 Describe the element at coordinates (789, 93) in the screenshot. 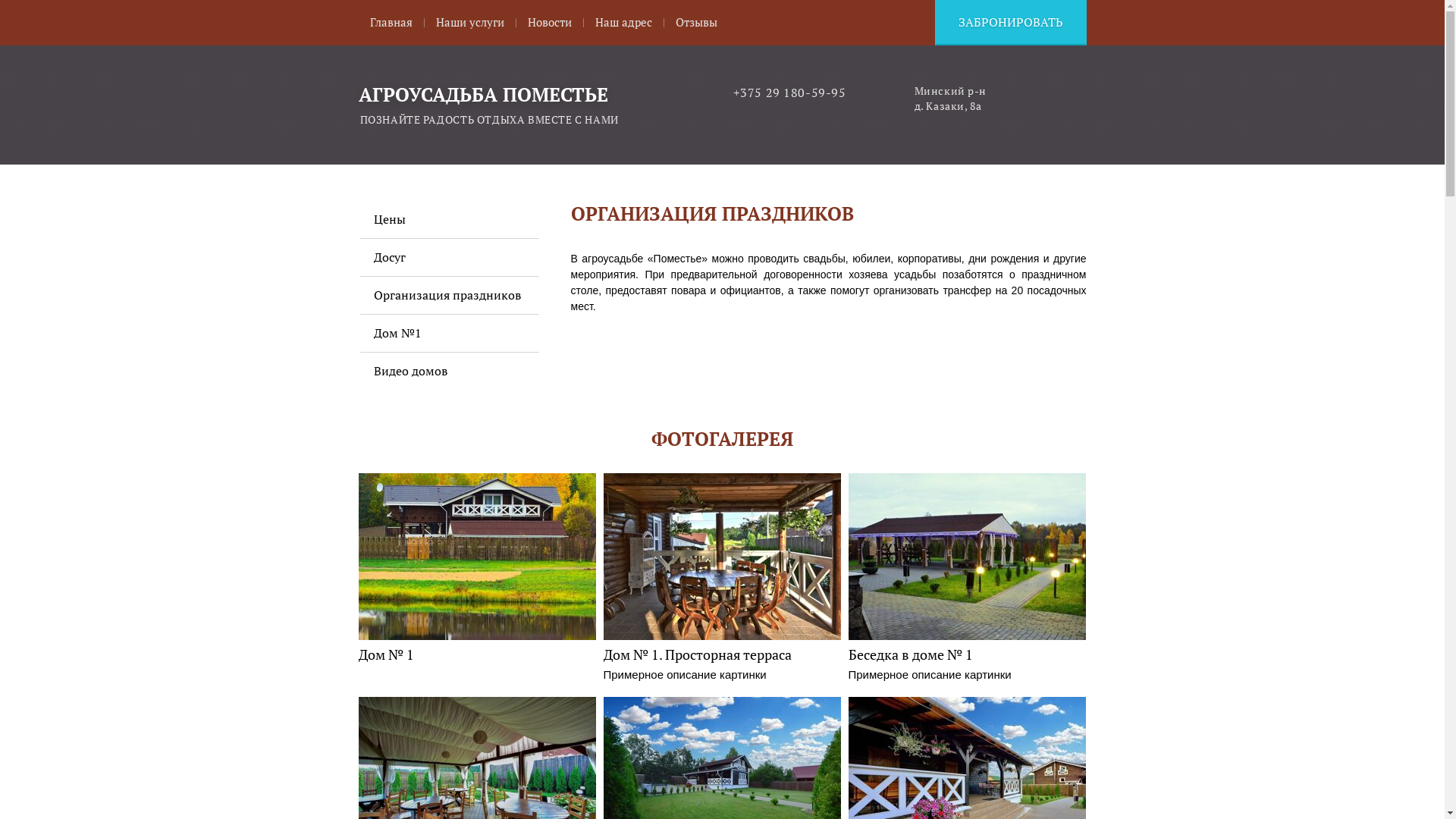

I see `'+375 29 180-59-95'` at that location.